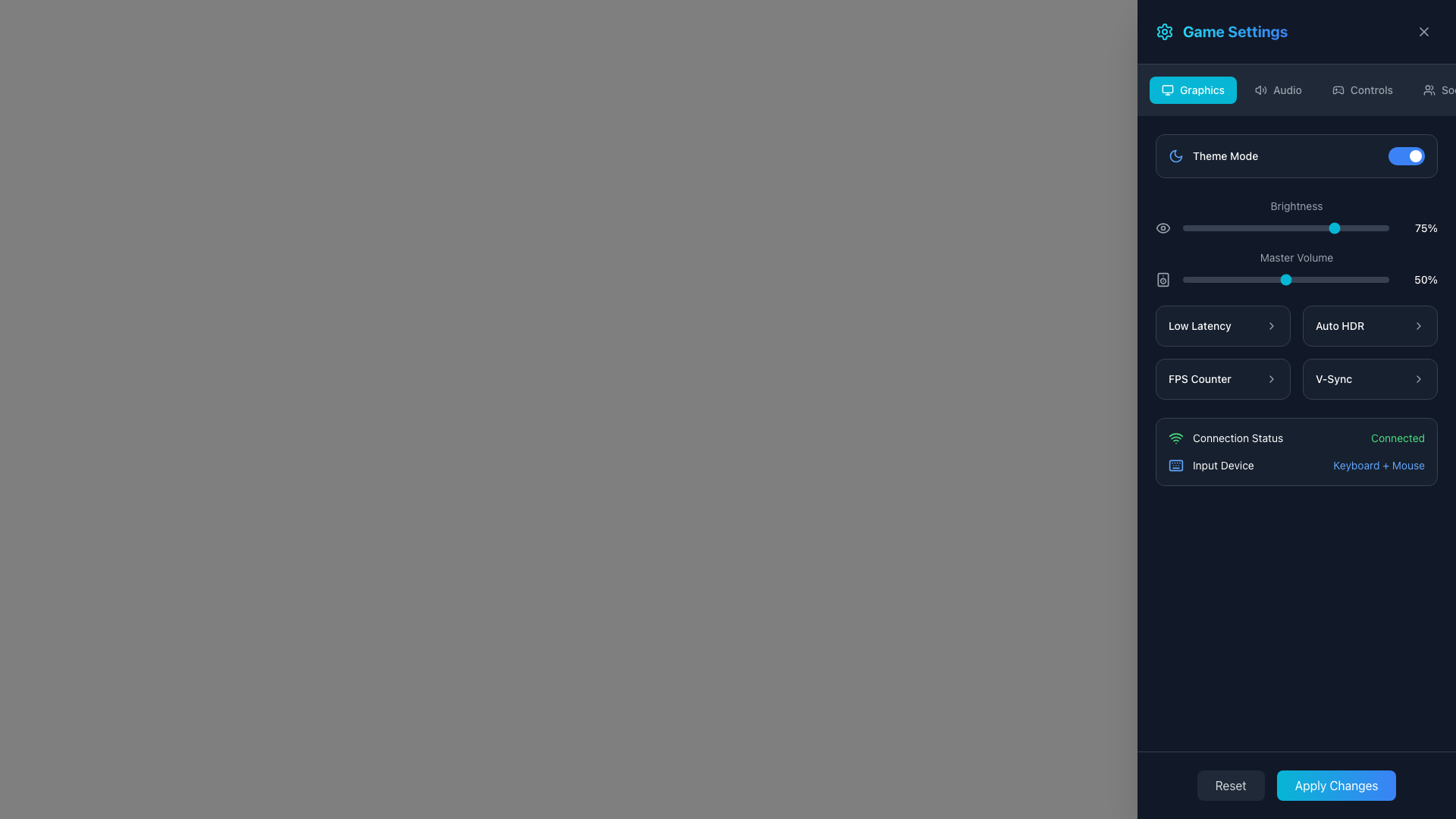 This screenshot has width=1456, height=819. I want to click on the settings icon located to the left of the 'Game Settings' title, so click(1164, 32).